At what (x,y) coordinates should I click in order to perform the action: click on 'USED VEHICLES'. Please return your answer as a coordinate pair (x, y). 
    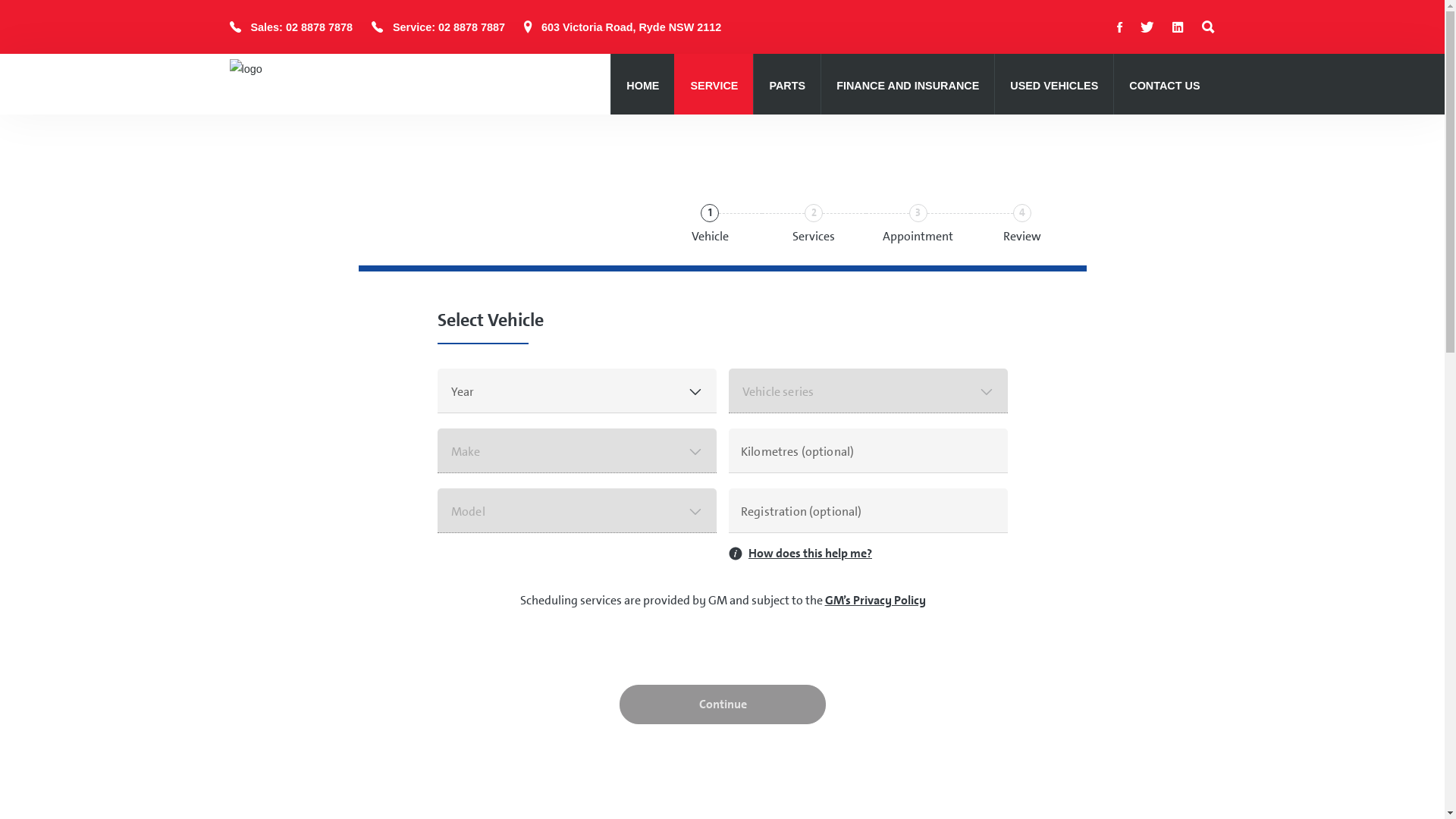
    Looking at the image, I should click on (1009, 85).